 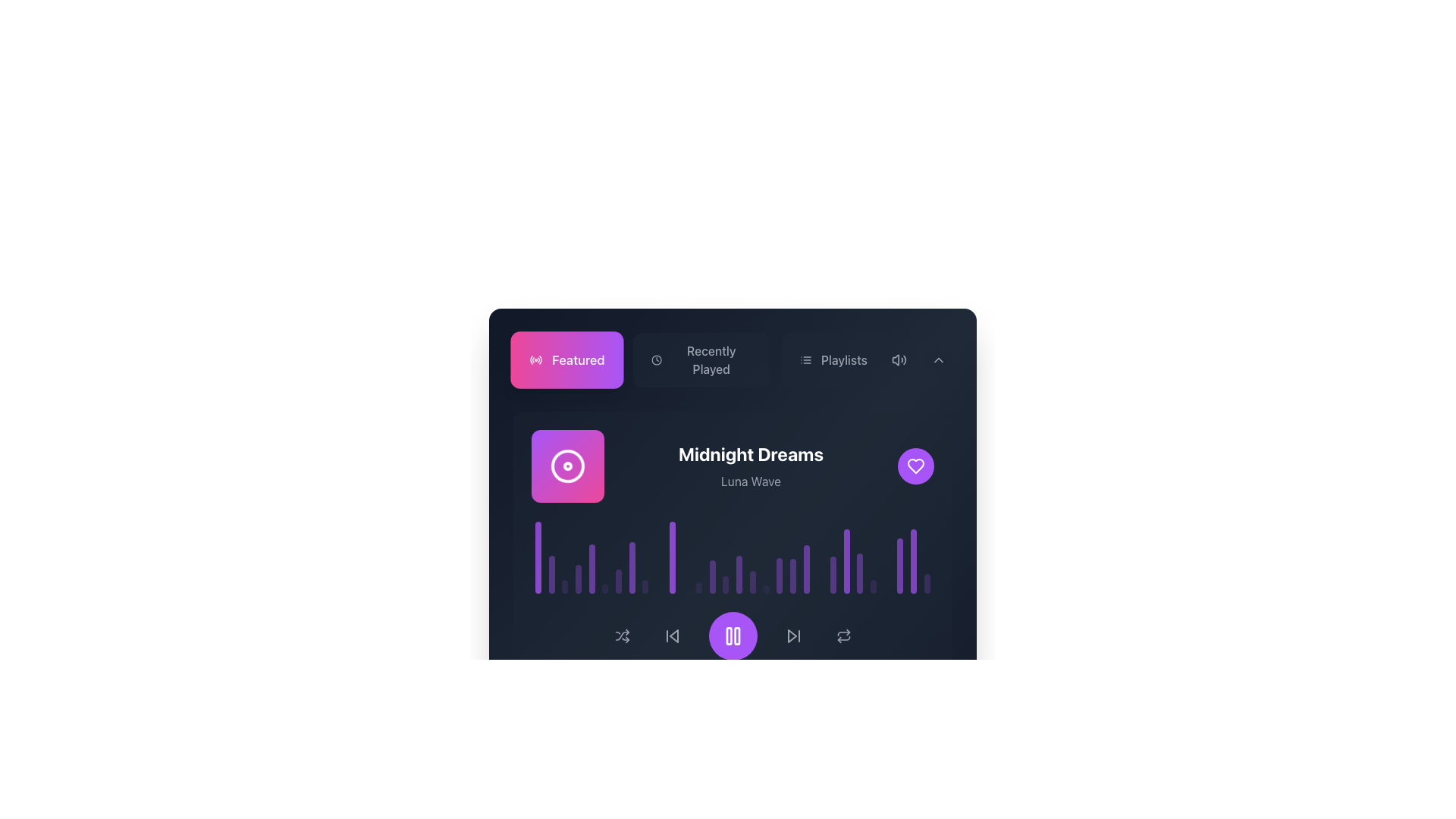 What do you see at coordinates (591, 569) in the screenshot?
I see `the fifth vertical bar in the grouped bar chart or audio visualizer display to visually represent data` at bounding box center [591, 569].